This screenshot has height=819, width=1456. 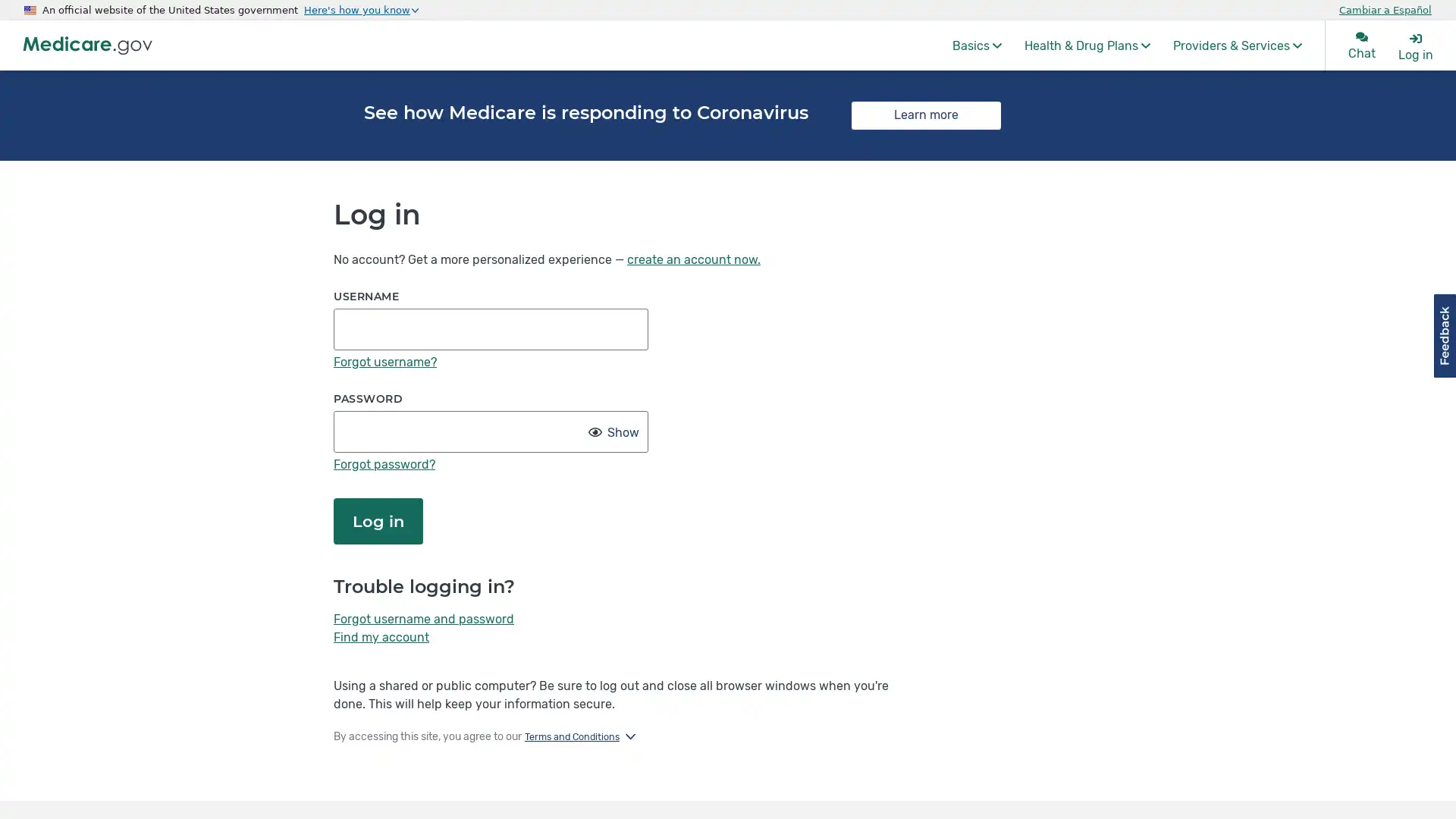 What do you see at coordinates (1361, 45) in the screenshot?
I see `Chat` at bounding box center [1361, 45].